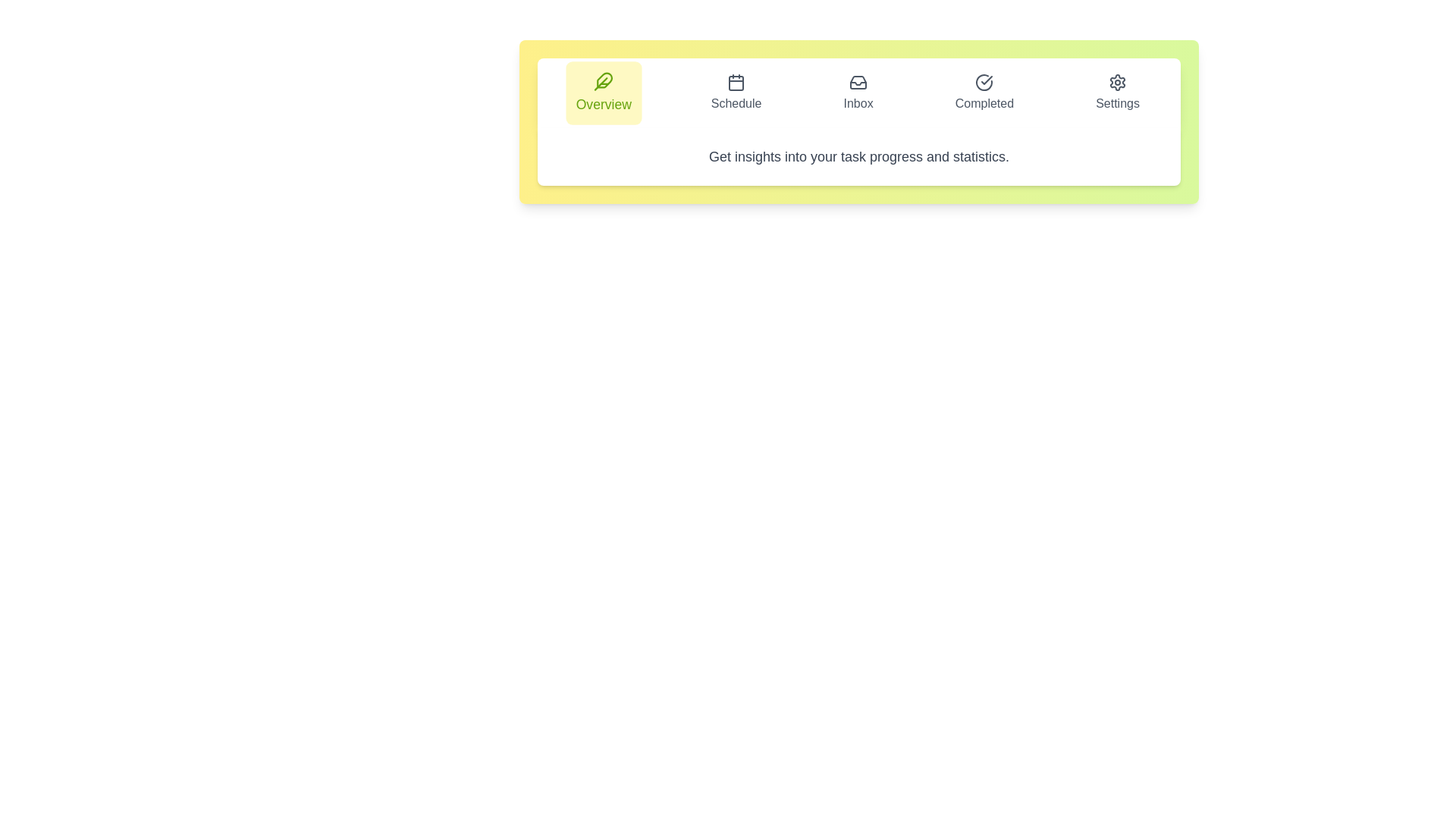 Image resolution: width=1456 pixels, height=819 pixels. What do you see at coordinates (603, 93) in the screenshot?
I see `the tab labeled Overview` at bounding box center [603, 93].